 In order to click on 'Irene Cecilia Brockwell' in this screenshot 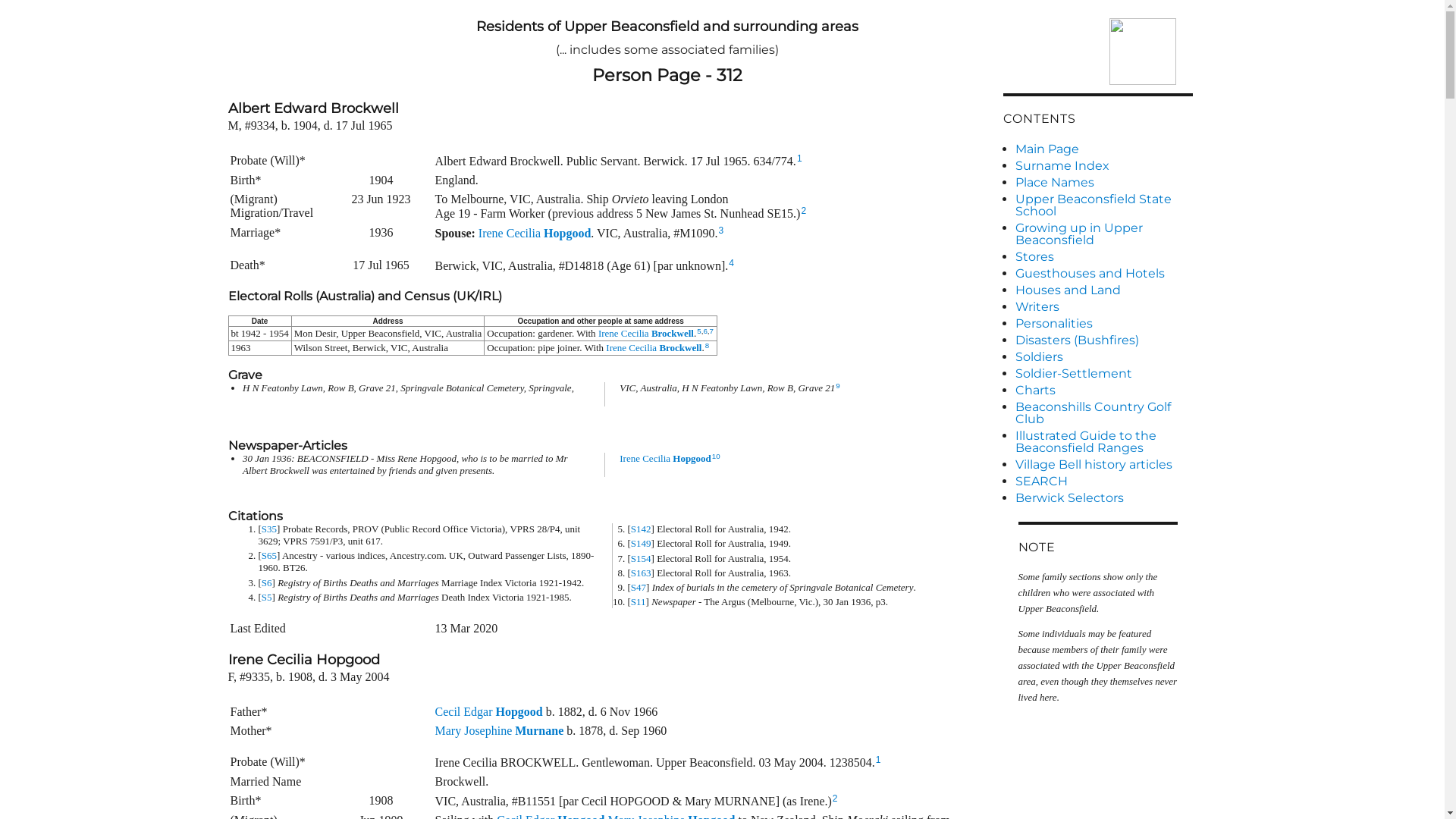, I will do `click(654, 347)`.